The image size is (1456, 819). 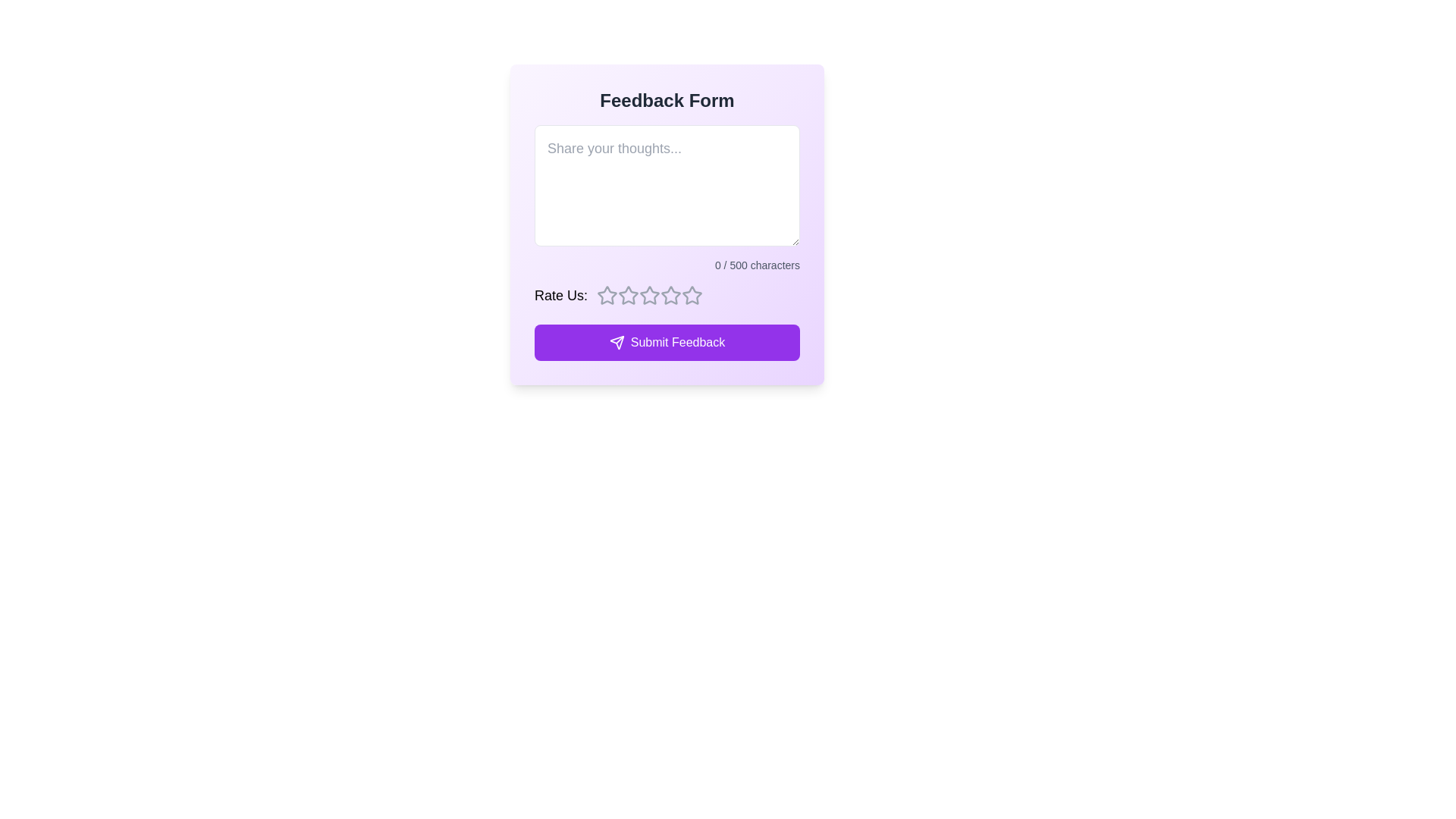 I want to click on the third star icon in the rating system, so click(x=670, y=295).